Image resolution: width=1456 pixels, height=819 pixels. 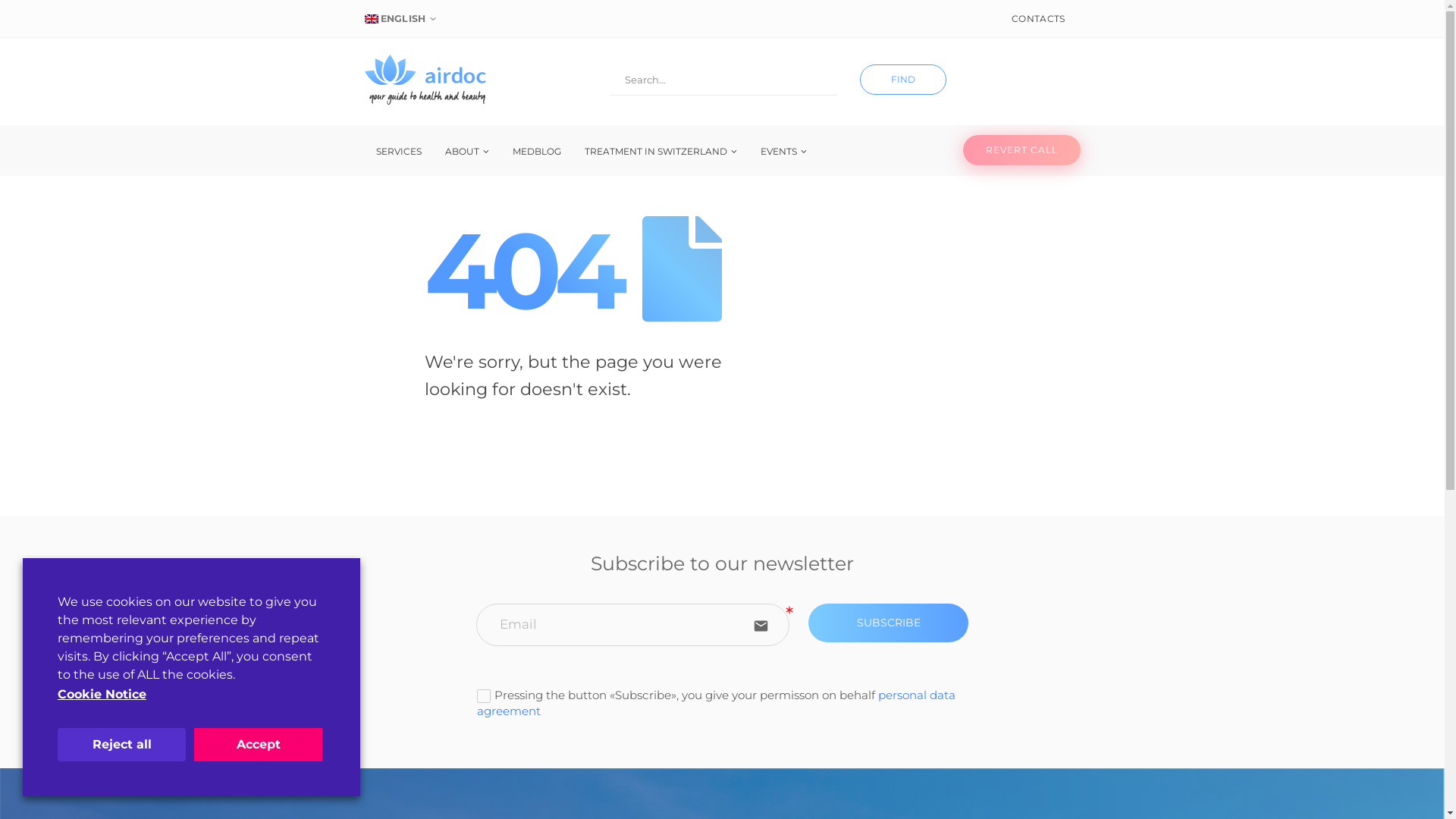 I want to click on 'FIND', so click(x=902, y=79).